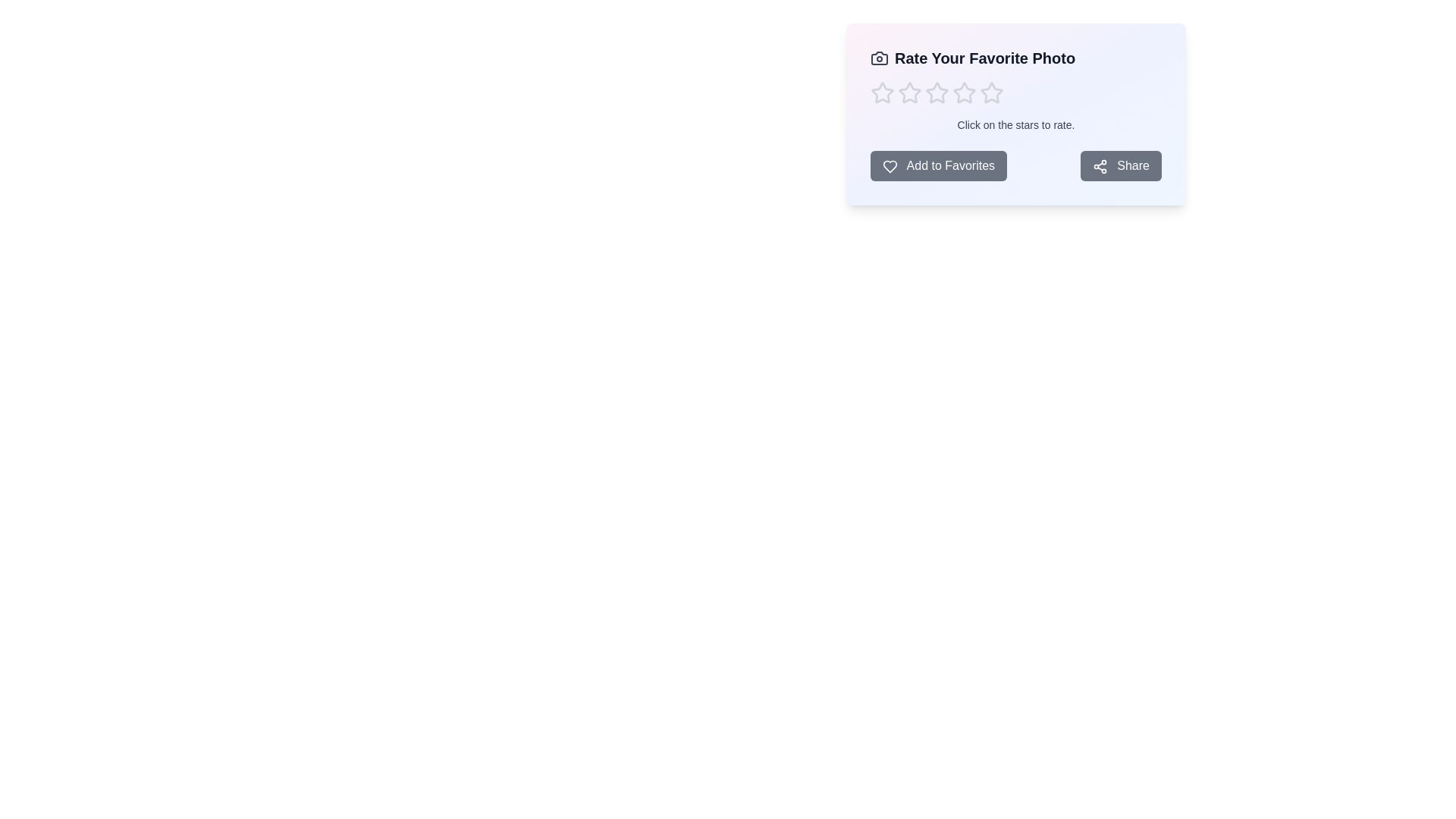 The image size is (1456, 819). Describe the element at coordinates (890, 166) in the screenshot. I see `the visual appearance of the heart-shaped icon located to the left of the 'Add to Favorites' button` at that location.